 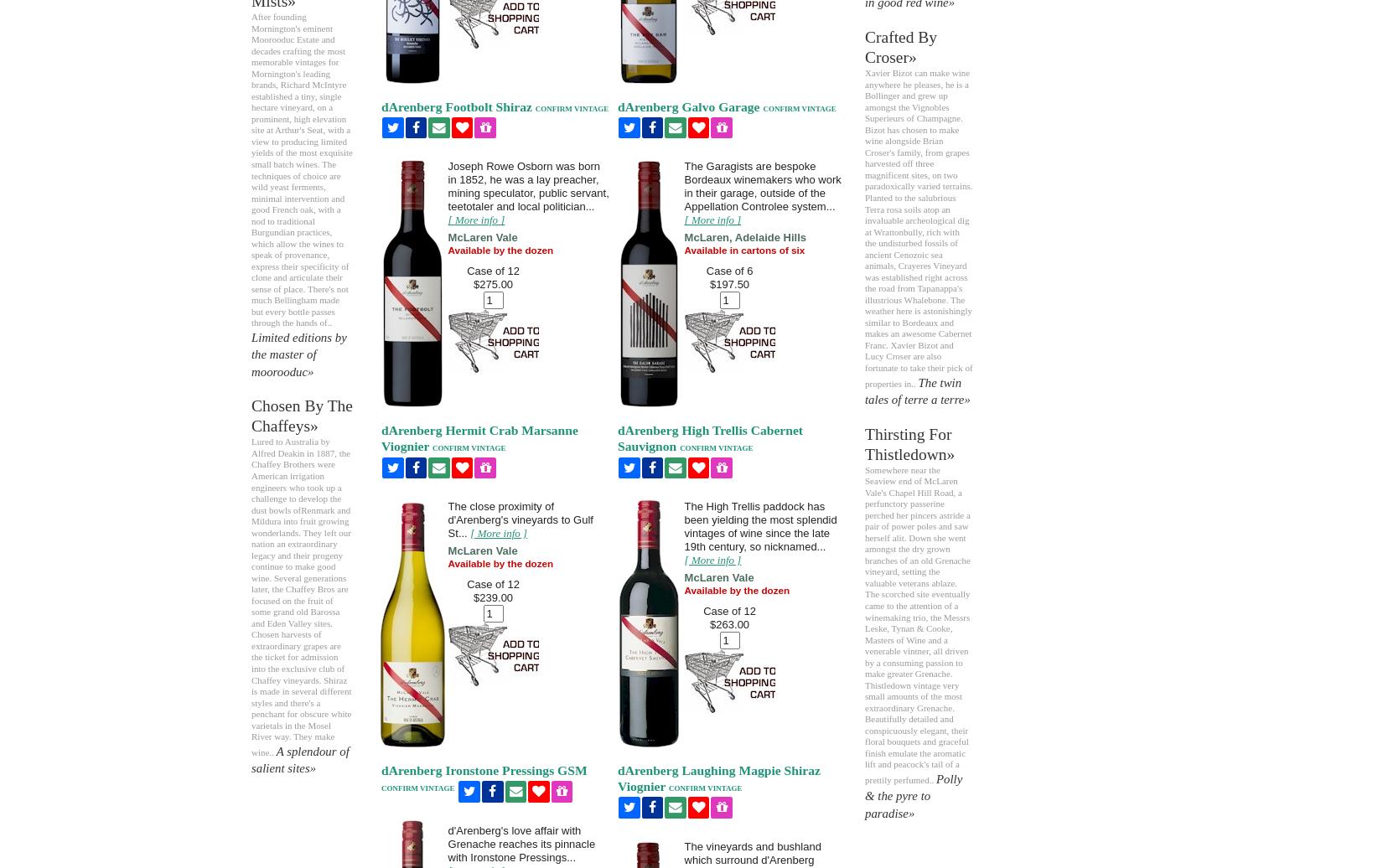 I want to click on '$239.00', so click(x=492, y=597).